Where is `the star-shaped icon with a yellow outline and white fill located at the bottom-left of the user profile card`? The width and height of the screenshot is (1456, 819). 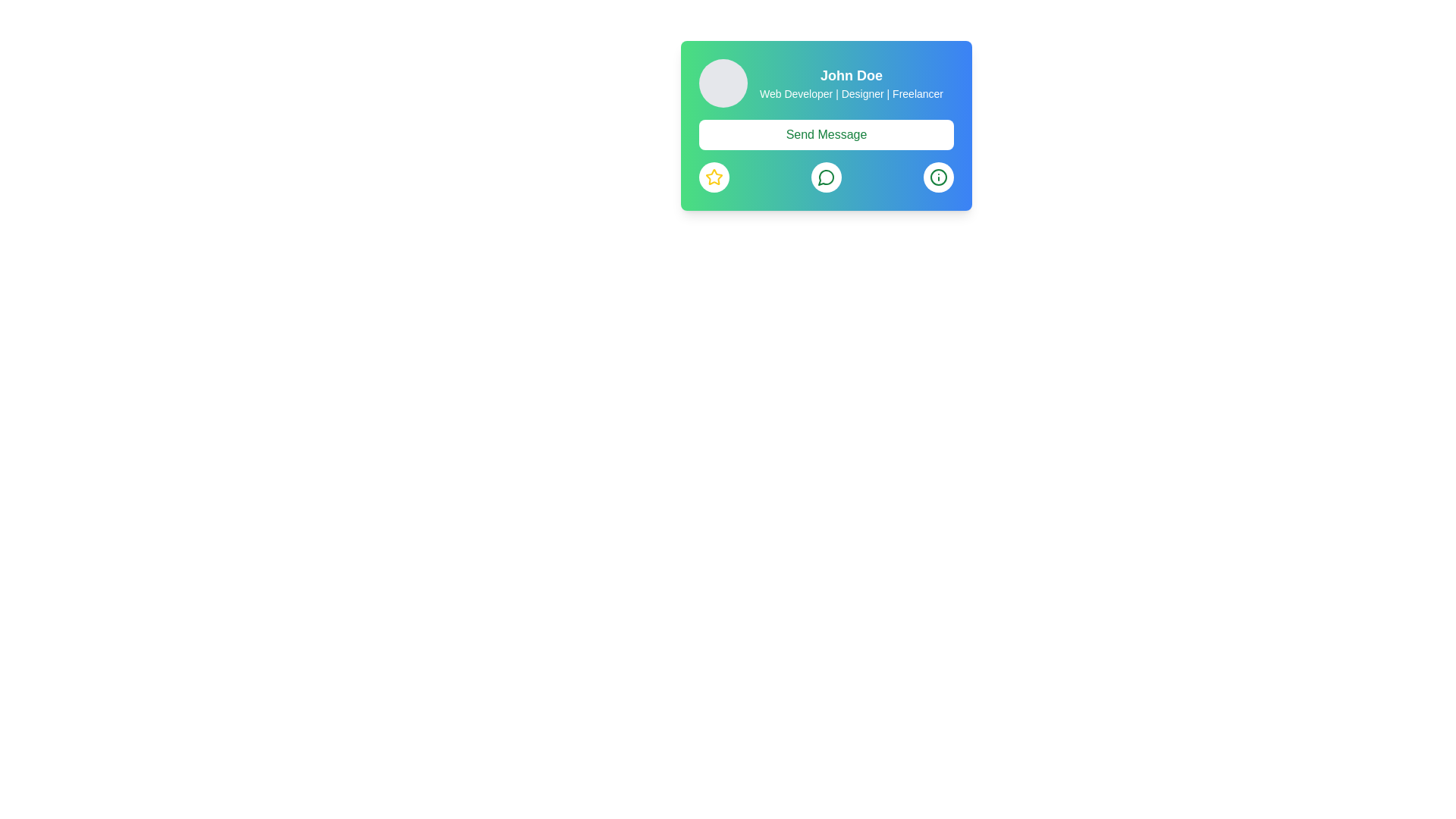 the star-shaped icon with a yellow outline and white fill located at the bottom-left of the user profile card is located at coordinates (713, 176).